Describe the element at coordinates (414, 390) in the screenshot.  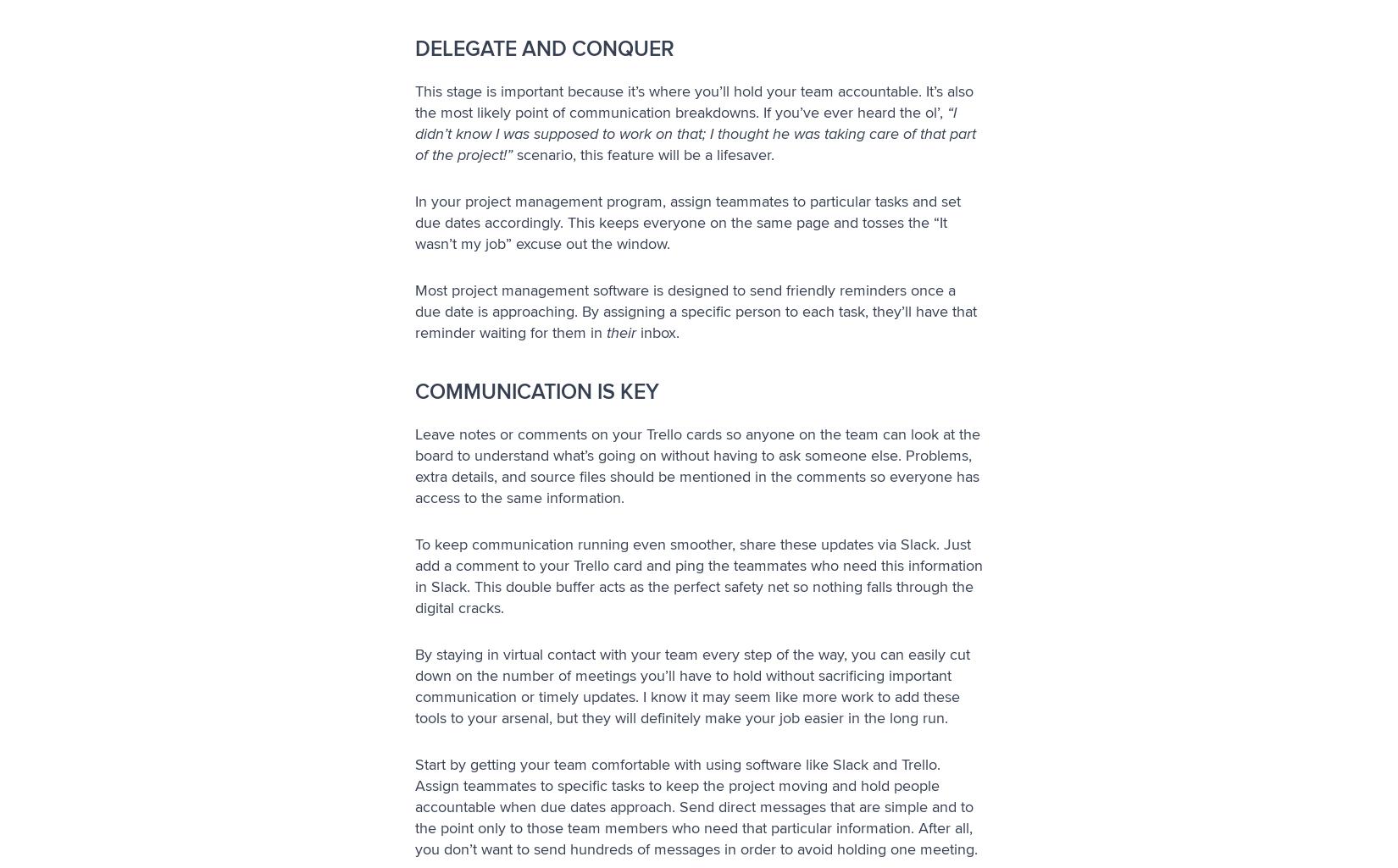
I see `'Communication is Key'` at that location.